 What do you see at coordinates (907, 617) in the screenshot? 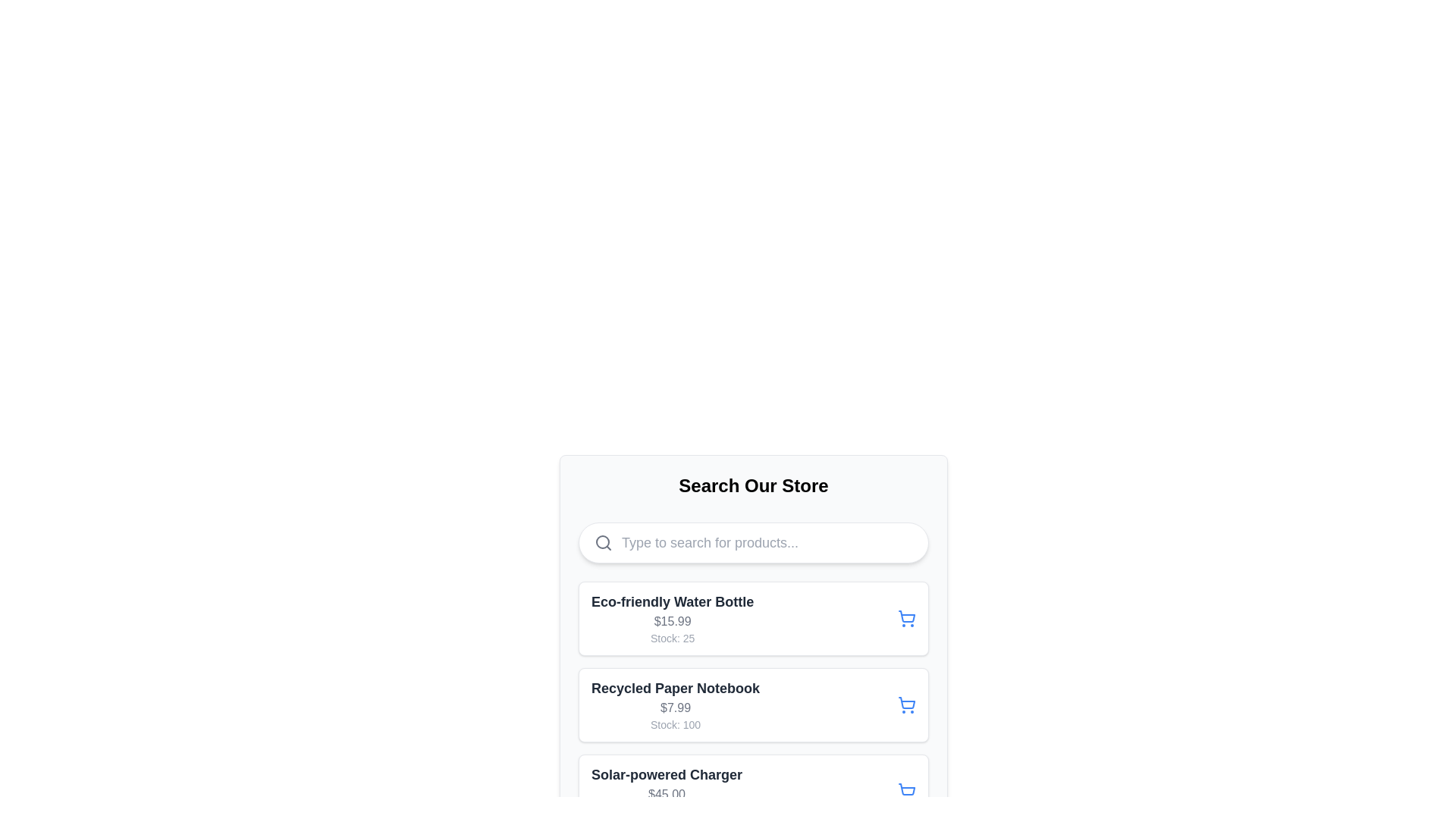
I see `the center of the main body part of the shopping cart icon` at bounding box center [907, 617].